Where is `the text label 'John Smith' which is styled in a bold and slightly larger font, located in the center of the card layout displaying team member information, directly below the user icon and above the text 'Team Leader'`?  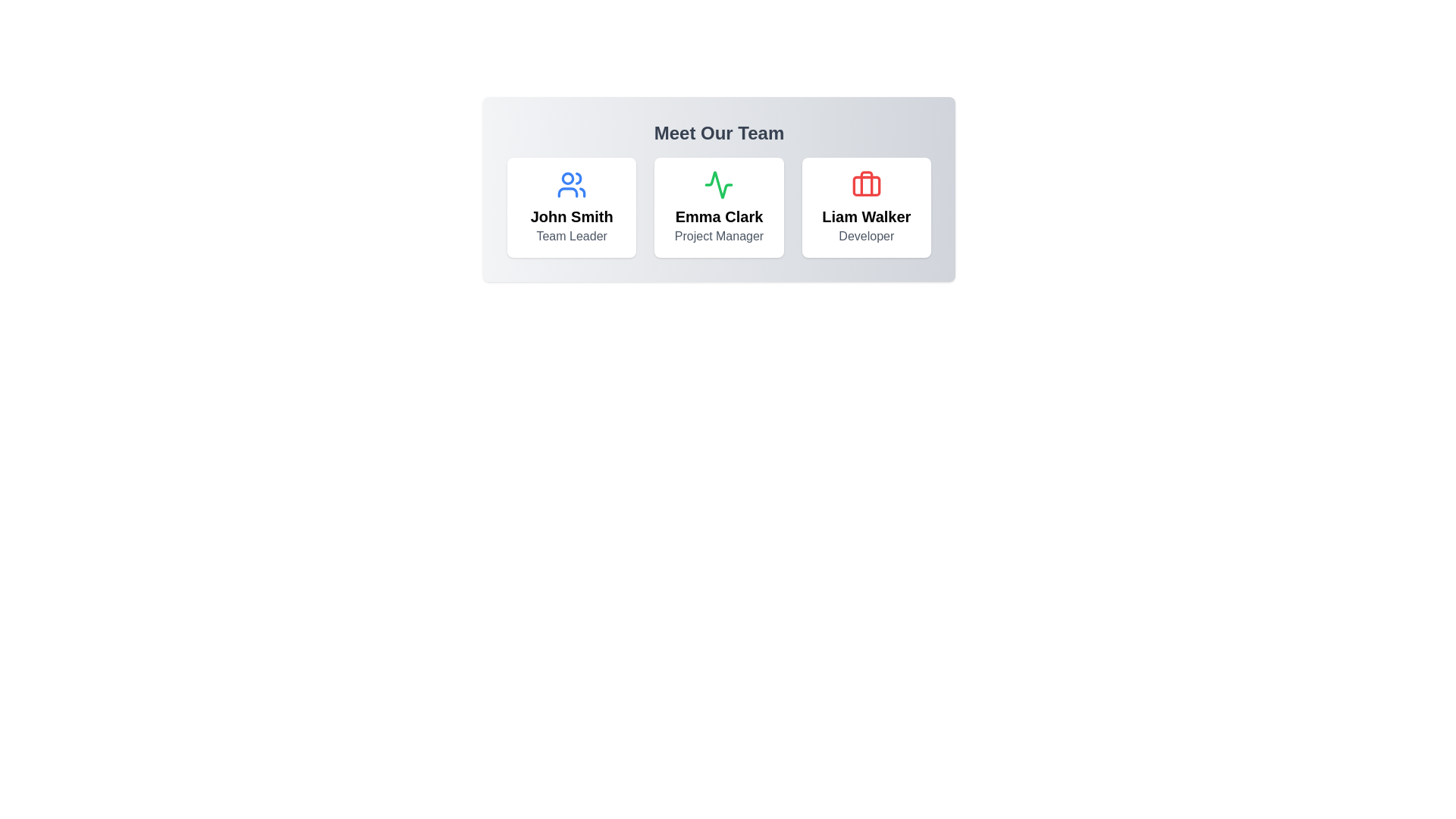 the text label 'John Smith' which is styled in a bold and slightly larger font, located in the center of the card layout displaying team member information, directly below the user icon and above the text 'Team Leader' is located at coordinates (571, 216).